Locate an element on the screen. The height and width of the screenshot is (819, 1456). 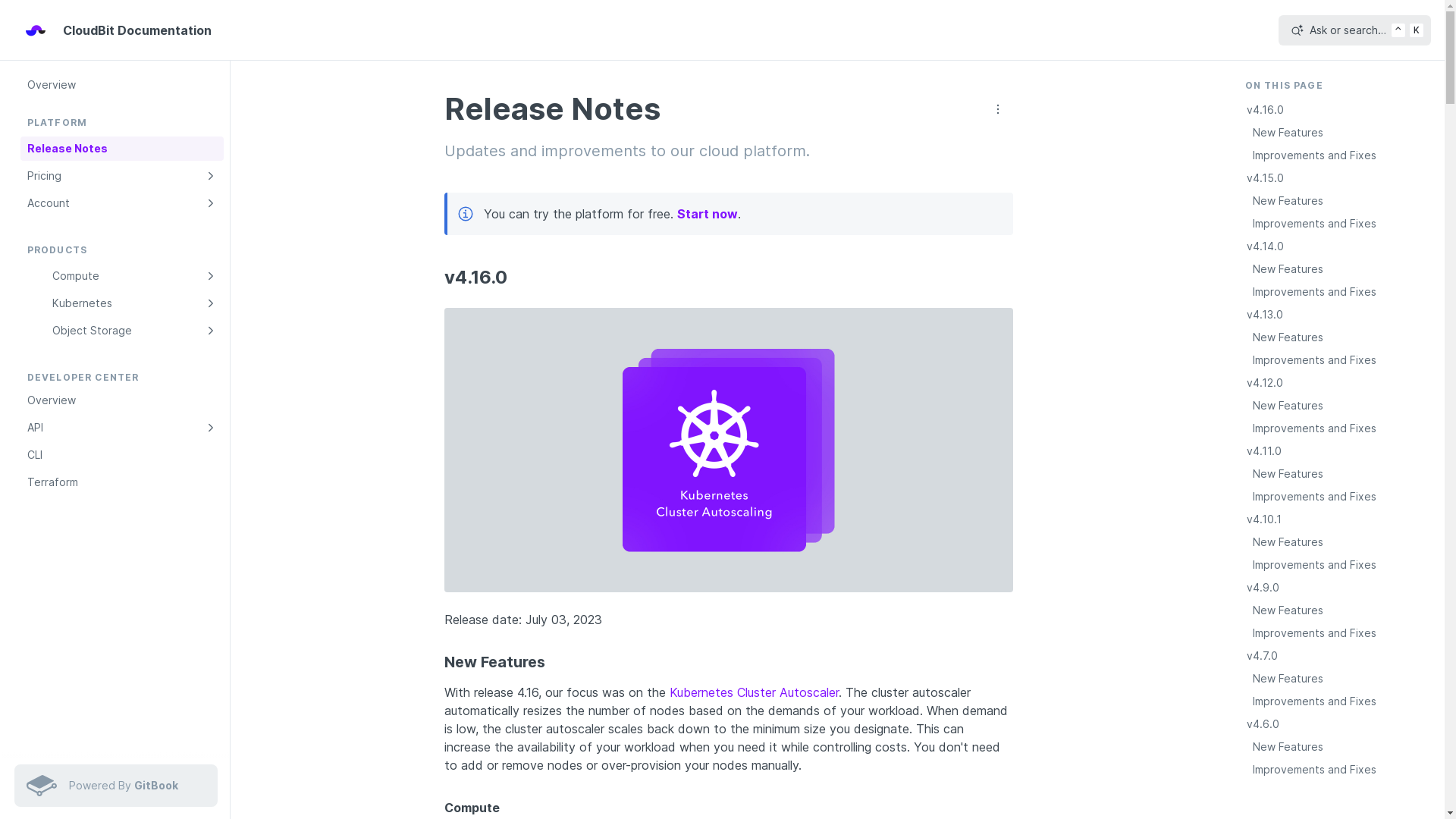
'Kubernetes Cluster Autoscaler' is located at coordinates (753, 692).